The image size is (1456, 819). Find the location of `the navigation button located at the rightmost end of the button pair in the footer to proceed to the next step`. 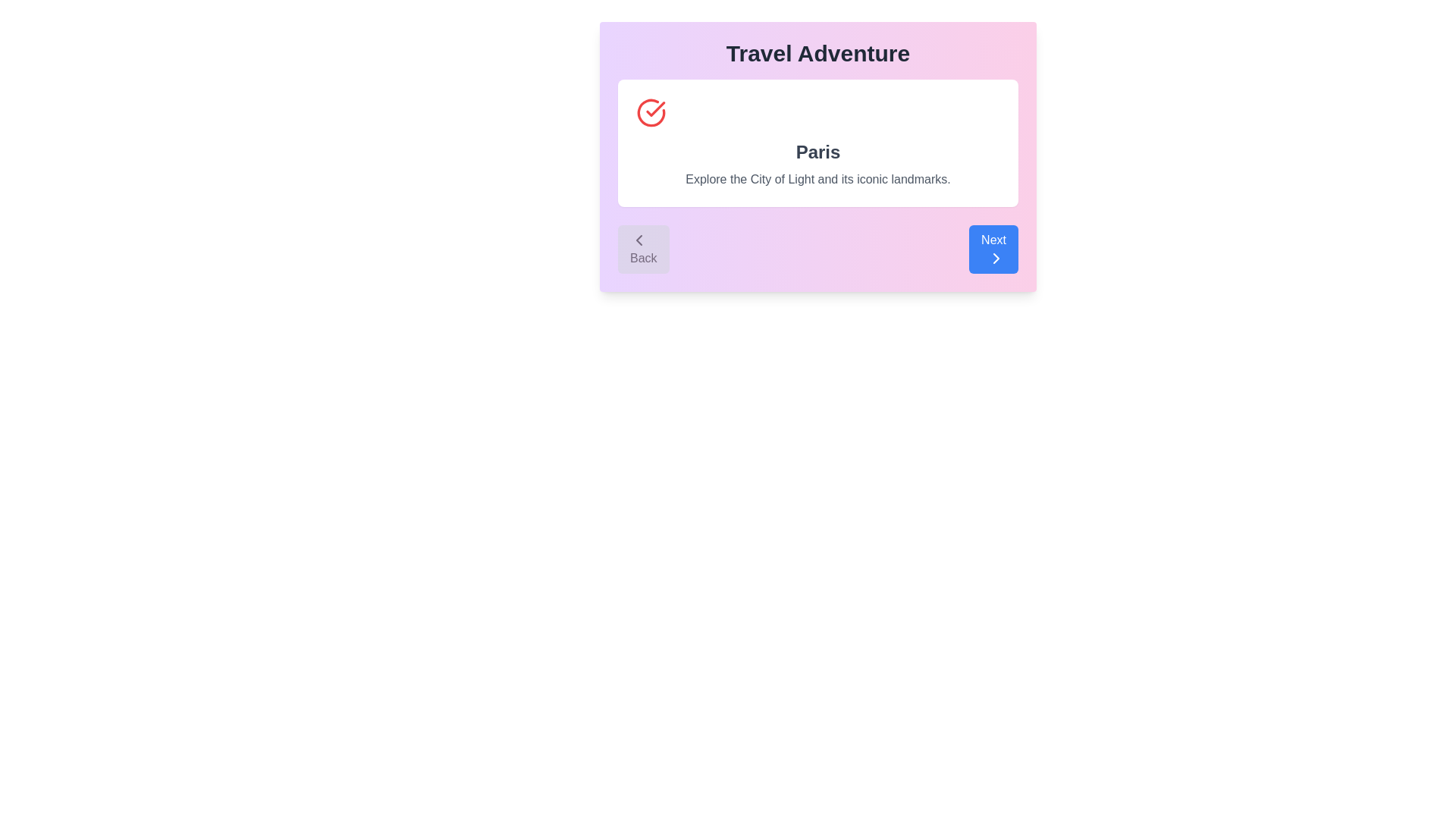

the navigation button located at the rightmost end of the button pair in the footer to proceed to the next step is located at coordinates (993, 248).